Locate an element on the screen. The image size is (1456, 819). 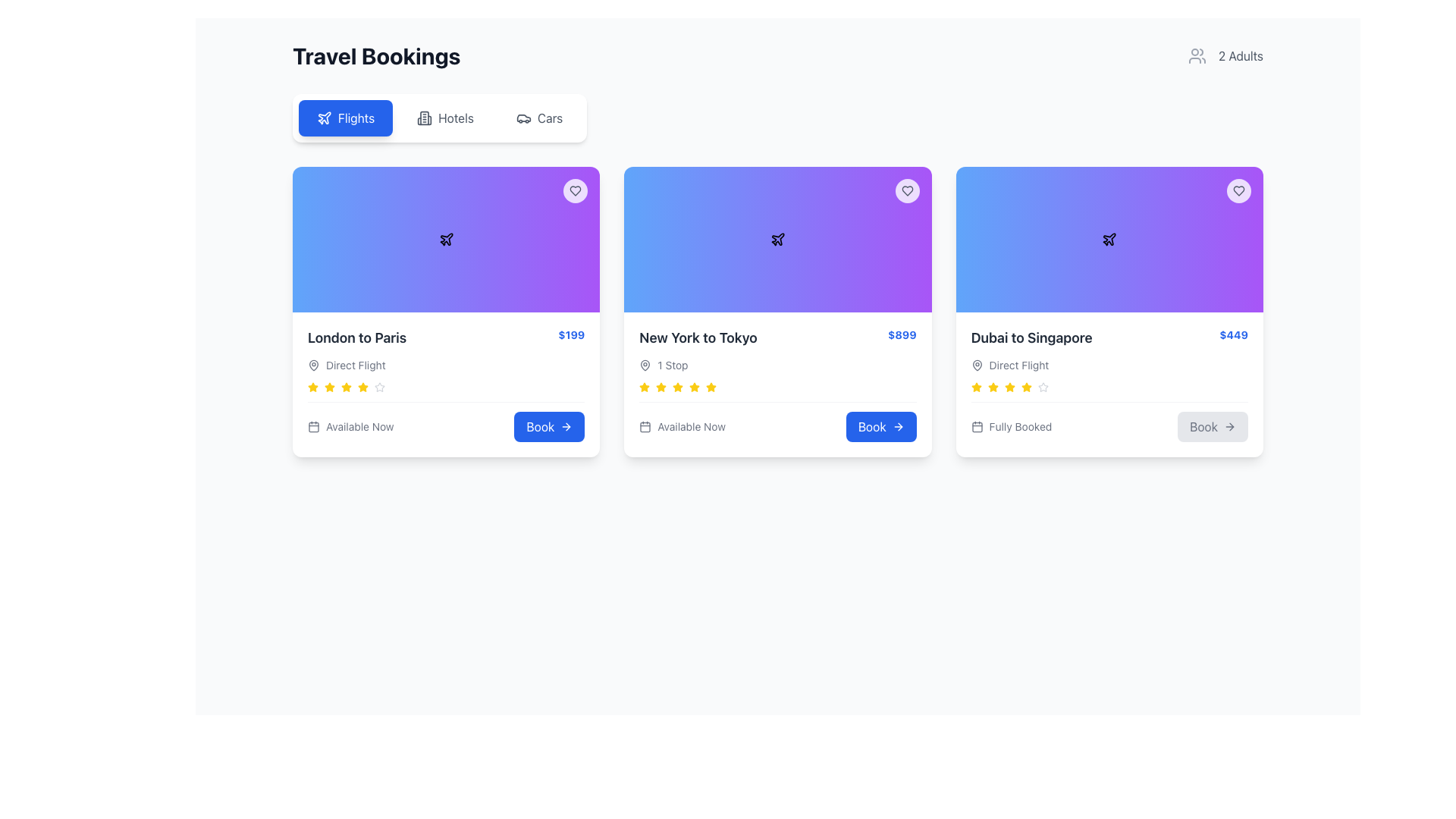
one of the star icons in the Rating component located in the rightmost card of the travel information list to modify the rating for the journey from 'Dubai to Singapore' is located at coordinates (1109, 386).